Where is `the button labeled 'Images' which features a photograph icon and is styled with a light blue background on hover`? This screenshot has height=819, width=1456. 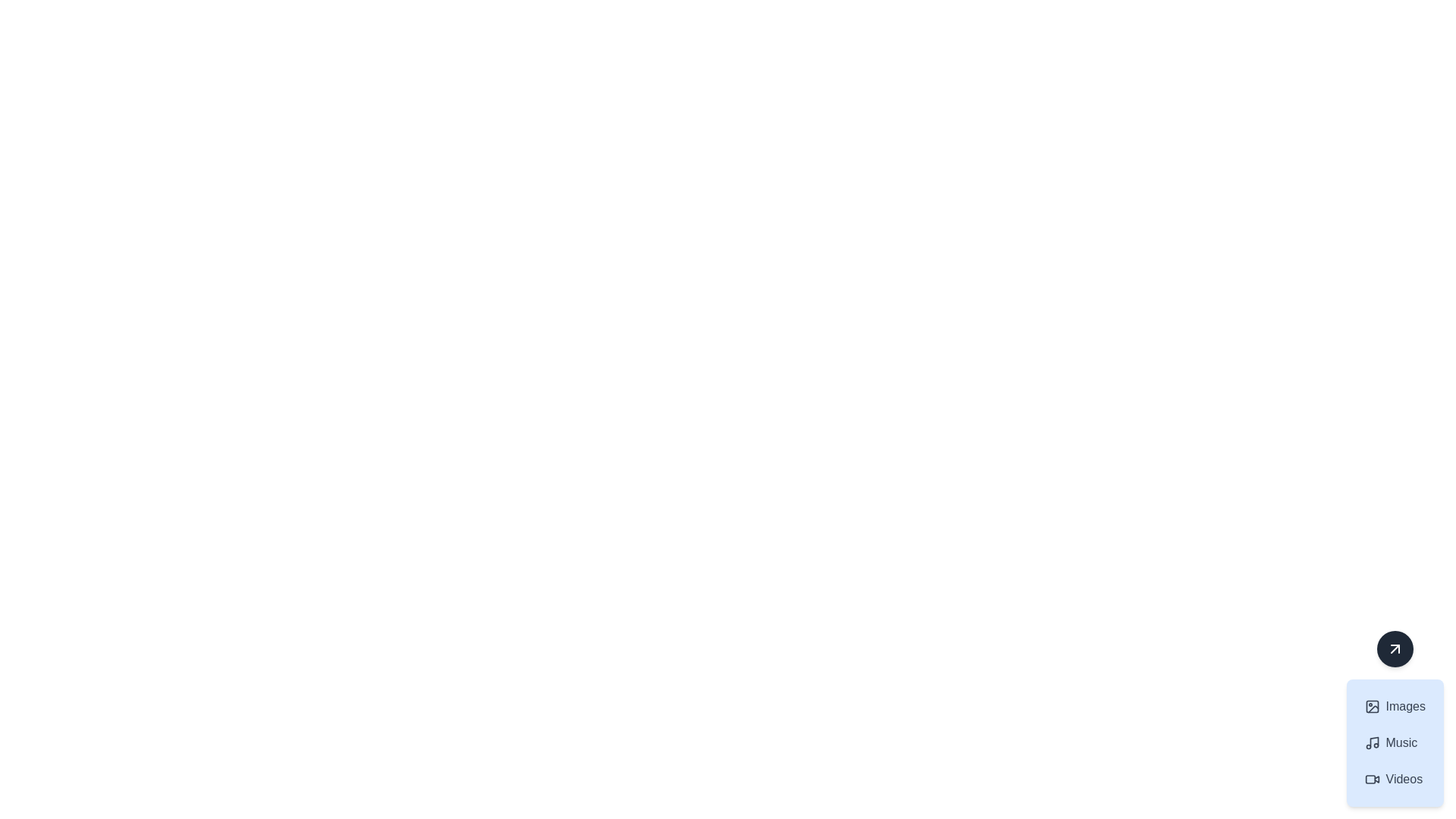
the button labeled 'Images' which features a photograph icon and is styled with a light blue background on hover is located at coordinates (1395, 707).